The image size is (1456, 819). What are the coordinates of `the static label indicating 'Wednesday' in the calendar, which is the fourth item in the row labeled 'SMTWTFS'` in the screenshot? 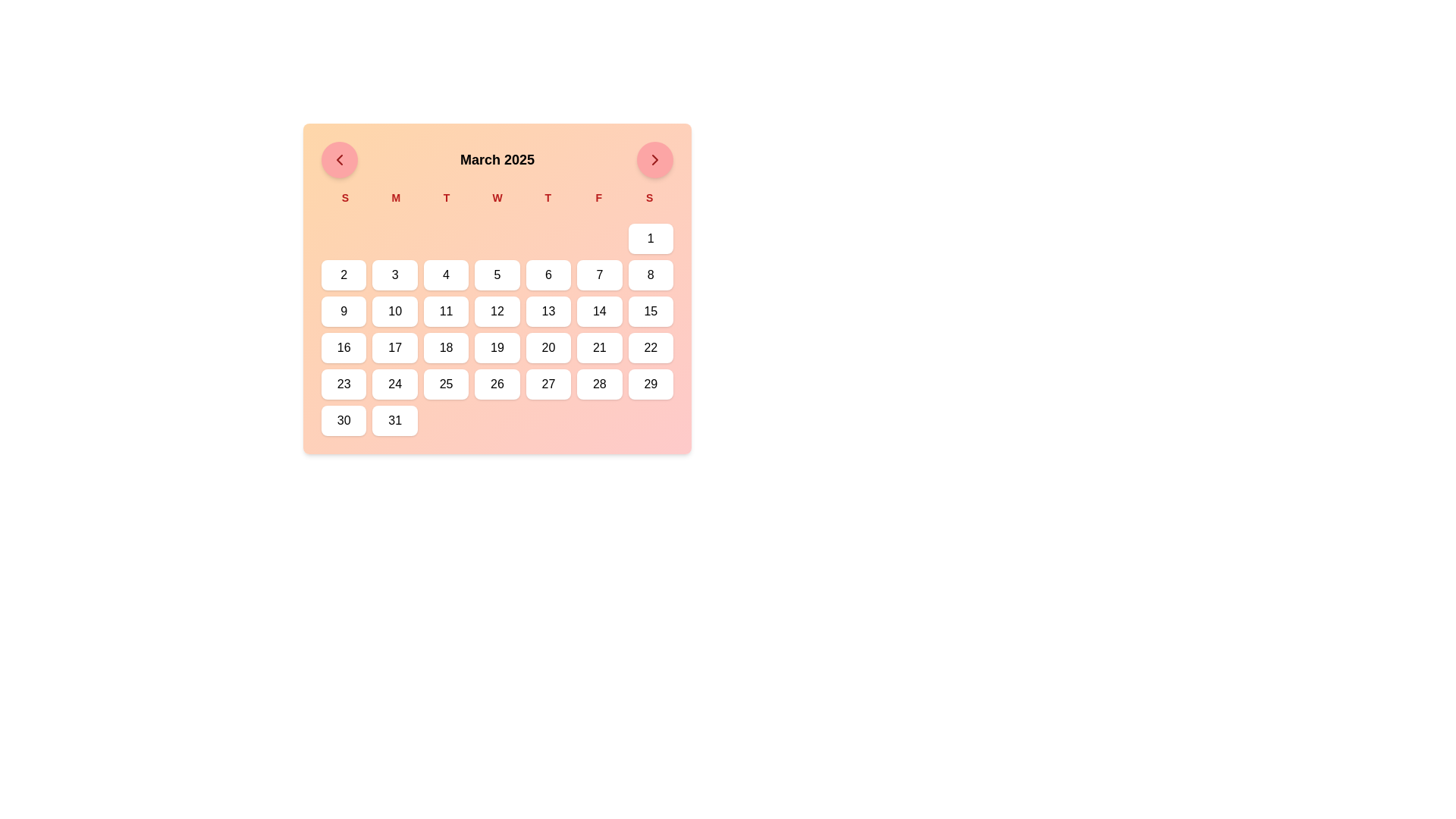 It's located at (497, 197).